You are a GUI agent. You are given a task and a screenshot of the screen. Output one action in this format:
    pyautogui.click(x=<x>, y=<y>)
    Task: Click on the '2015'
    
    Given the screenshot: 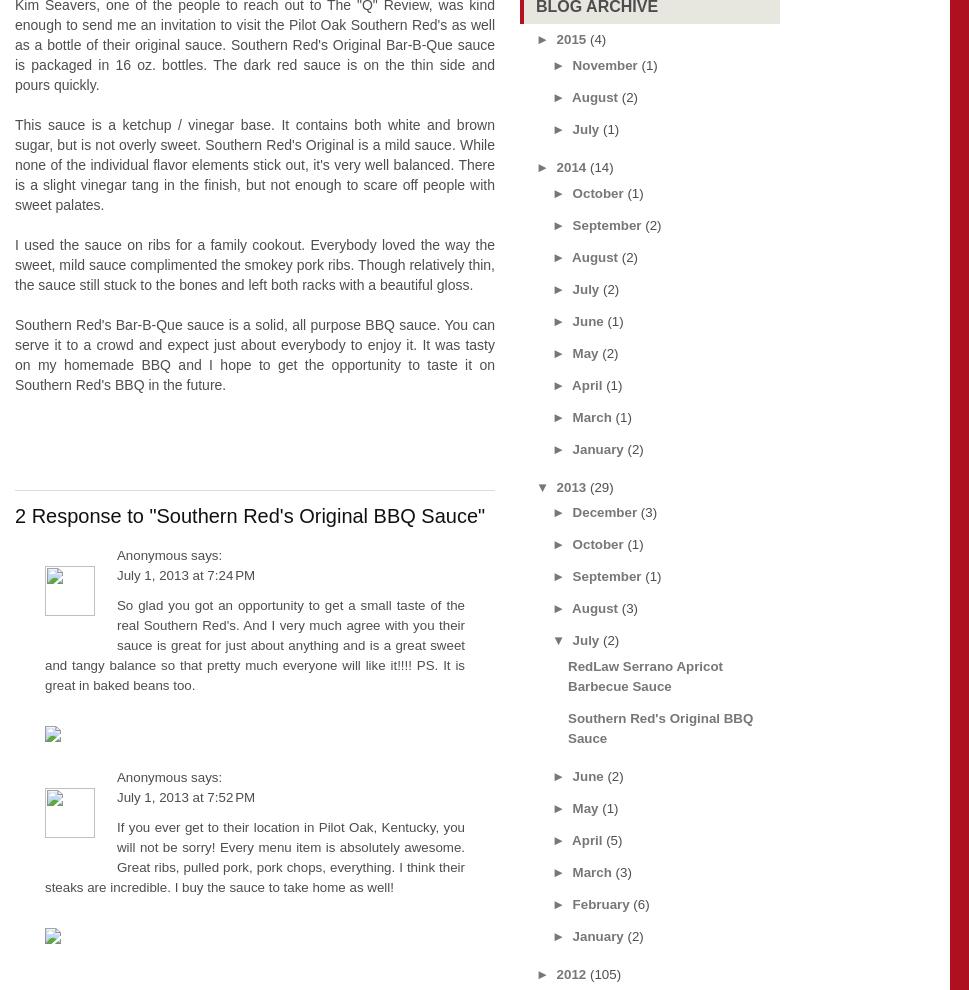 What is the action you would take?
    pyautogui.click(x=571, y=37)
    